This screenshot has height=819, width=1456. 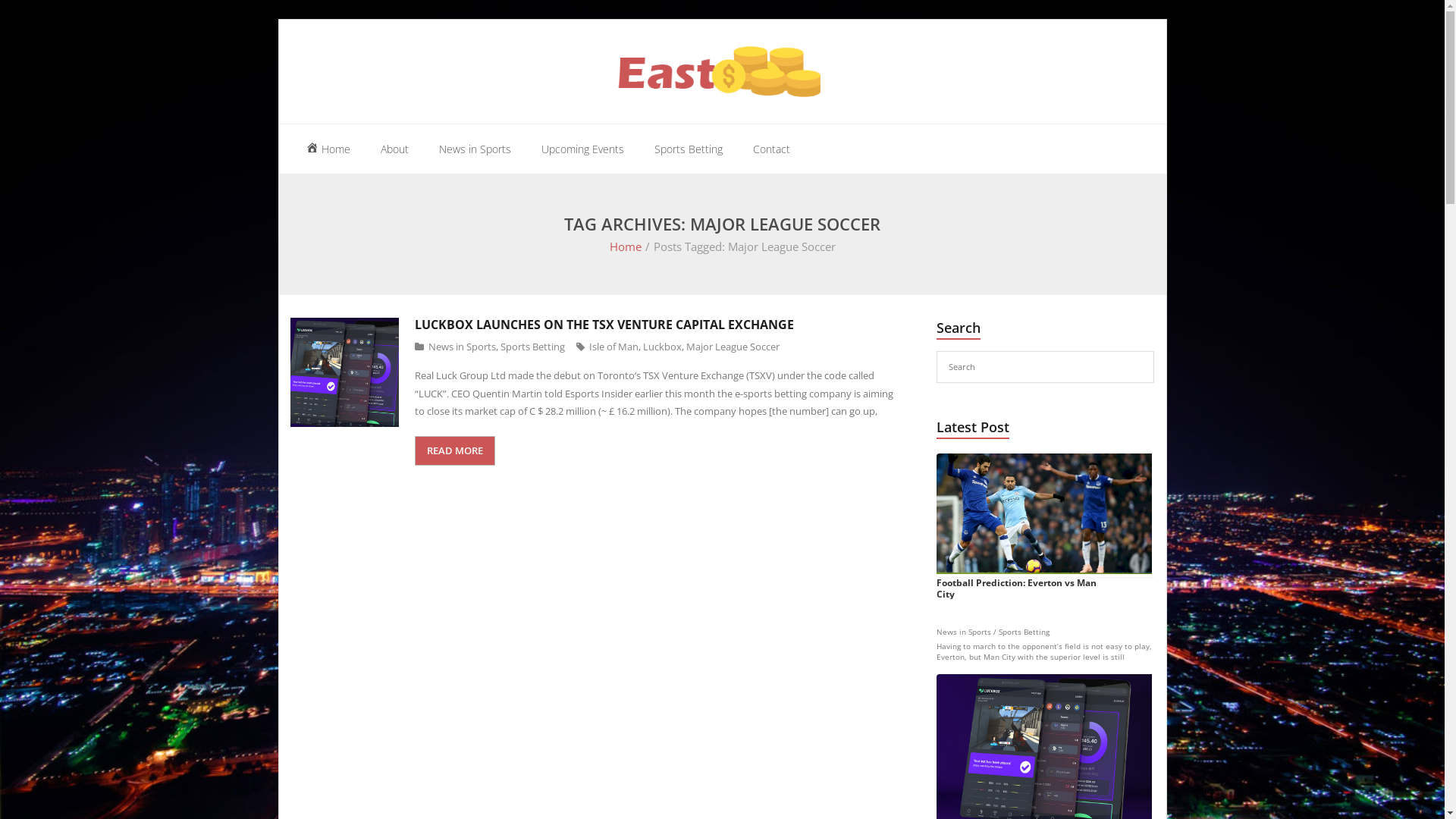 What do you see at coordinates (461, 346) in the screenshot?
I see `'News in Sports'` at bounding box center [461, 346].